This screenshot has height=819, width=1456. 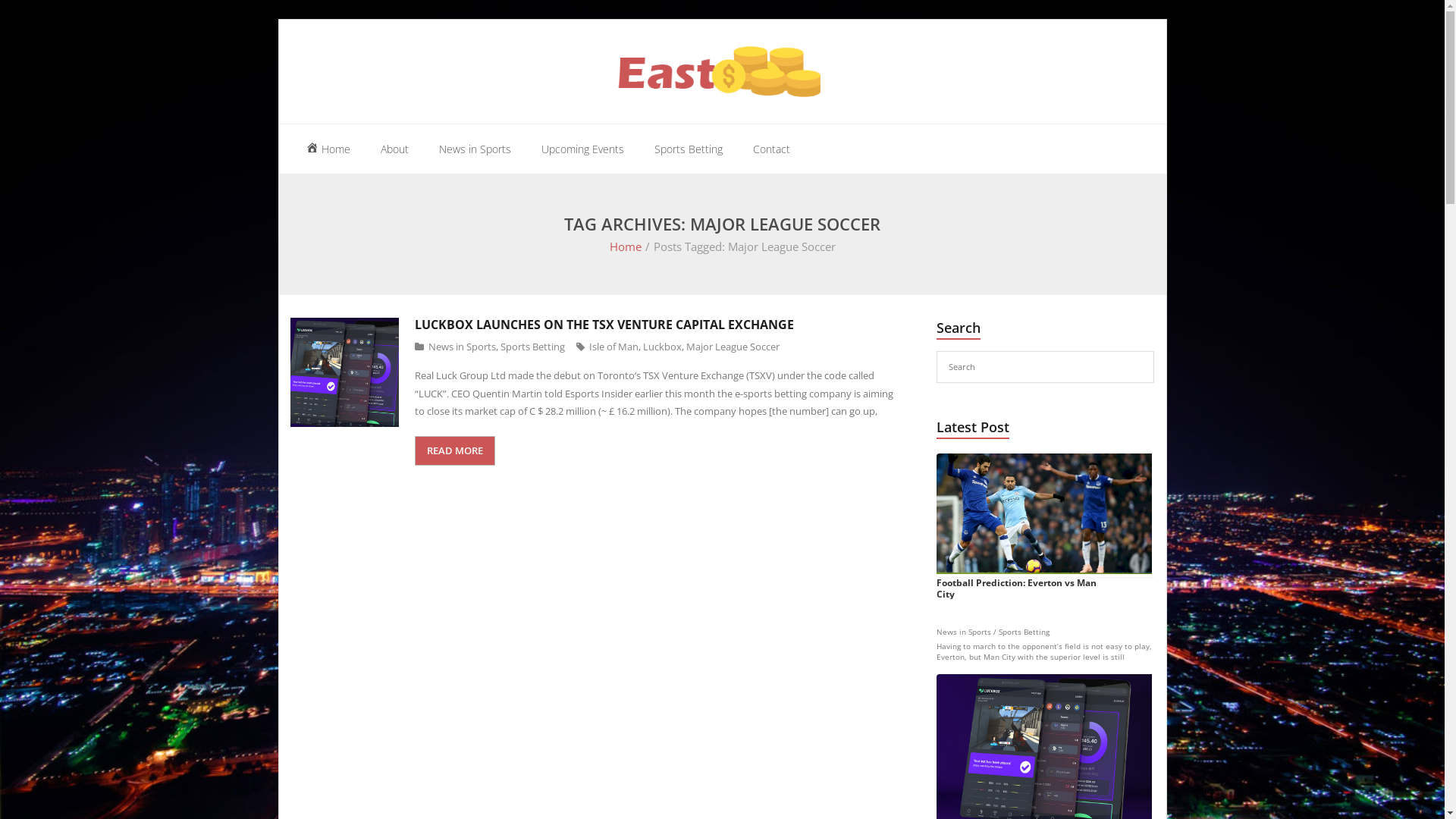 What do you see at coordinates (461, 346) in the screenshot?
I see `'News in Sports'` at bounding box center [461, 346].